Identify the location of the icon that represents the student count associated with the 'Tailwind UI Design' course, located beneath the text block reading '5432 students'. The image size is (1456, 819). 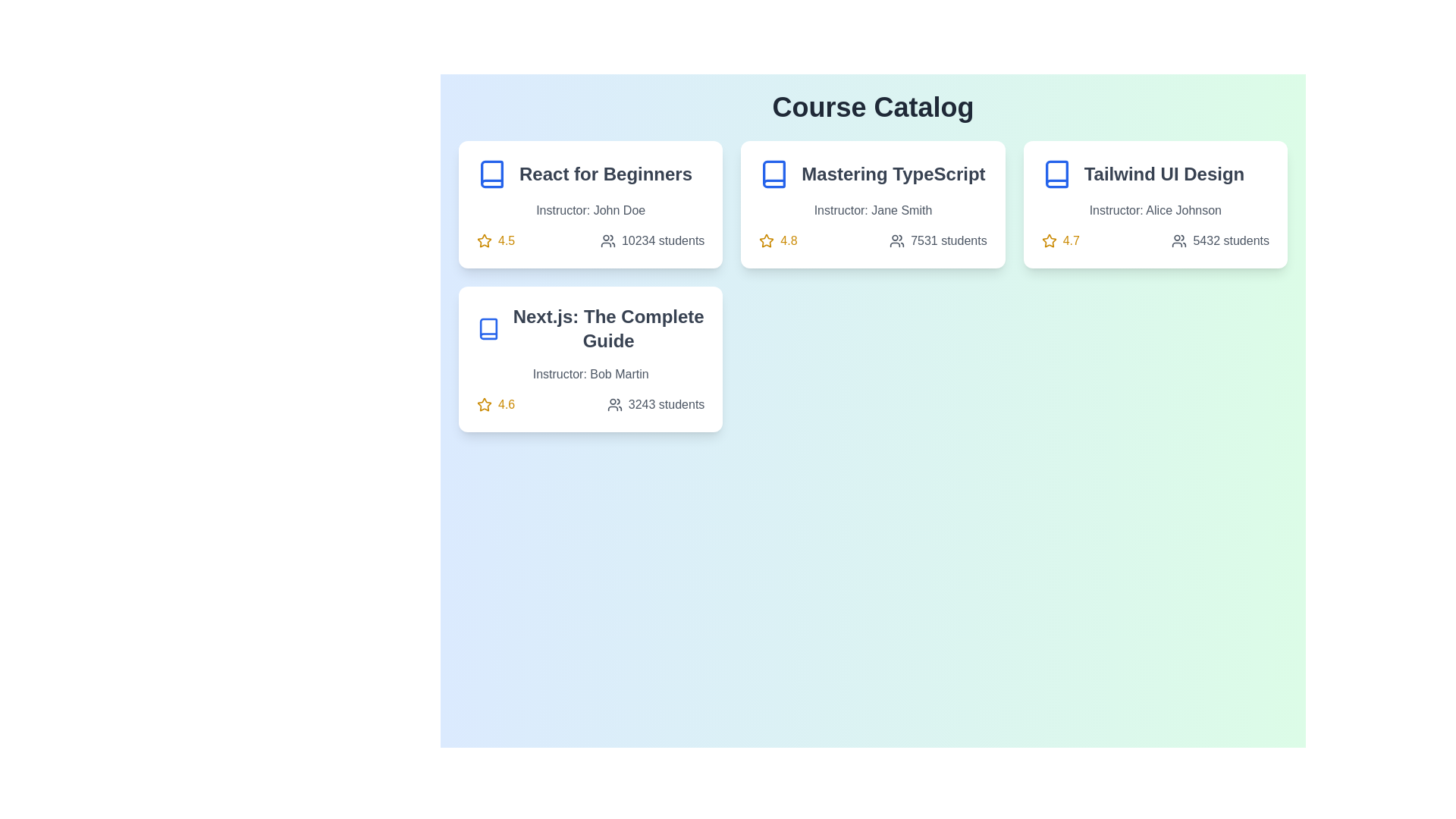
(1178, 240).